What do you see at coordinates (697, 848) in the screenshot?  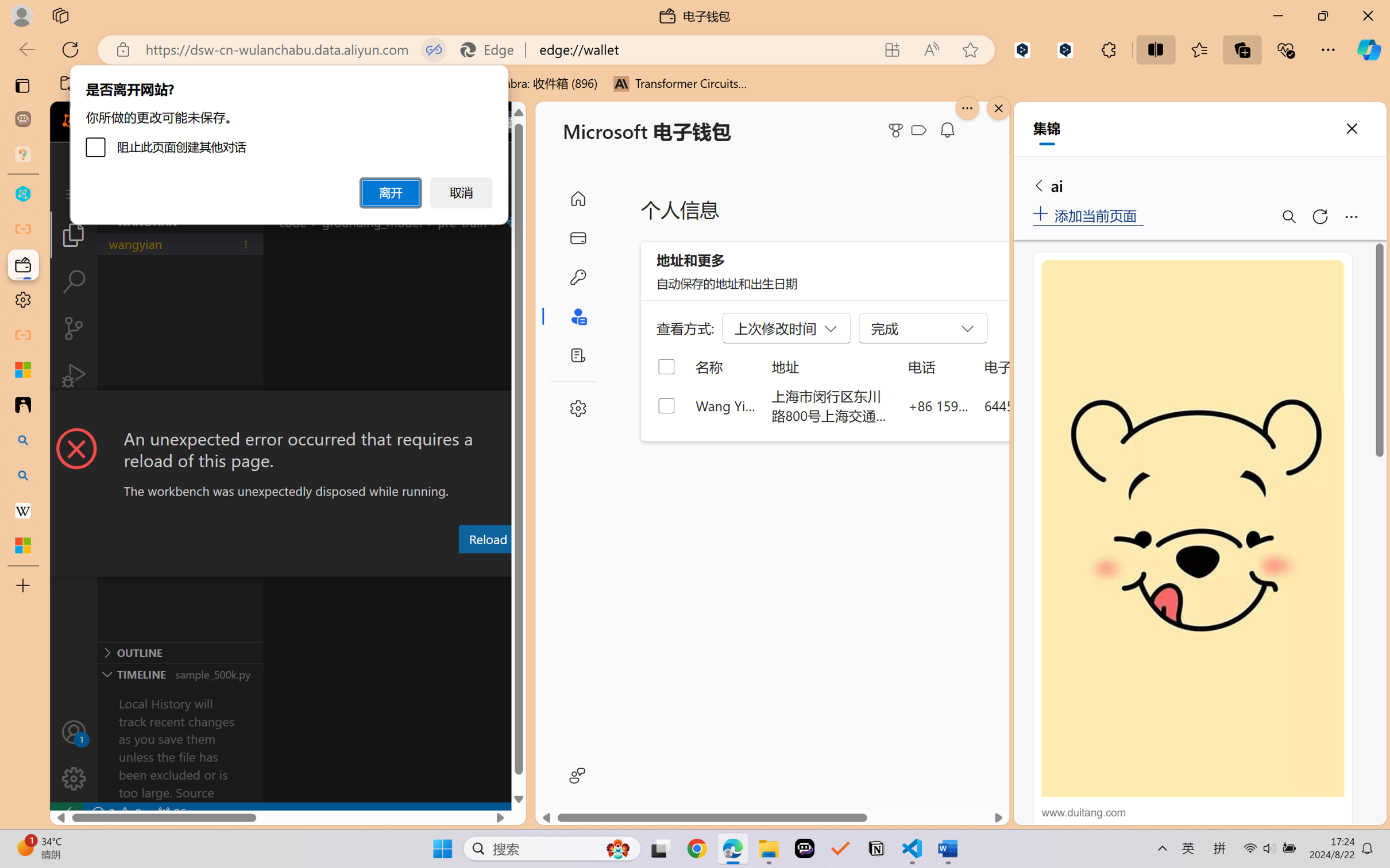 I see `'Google Chrome'` at bounding box center [697, 848].